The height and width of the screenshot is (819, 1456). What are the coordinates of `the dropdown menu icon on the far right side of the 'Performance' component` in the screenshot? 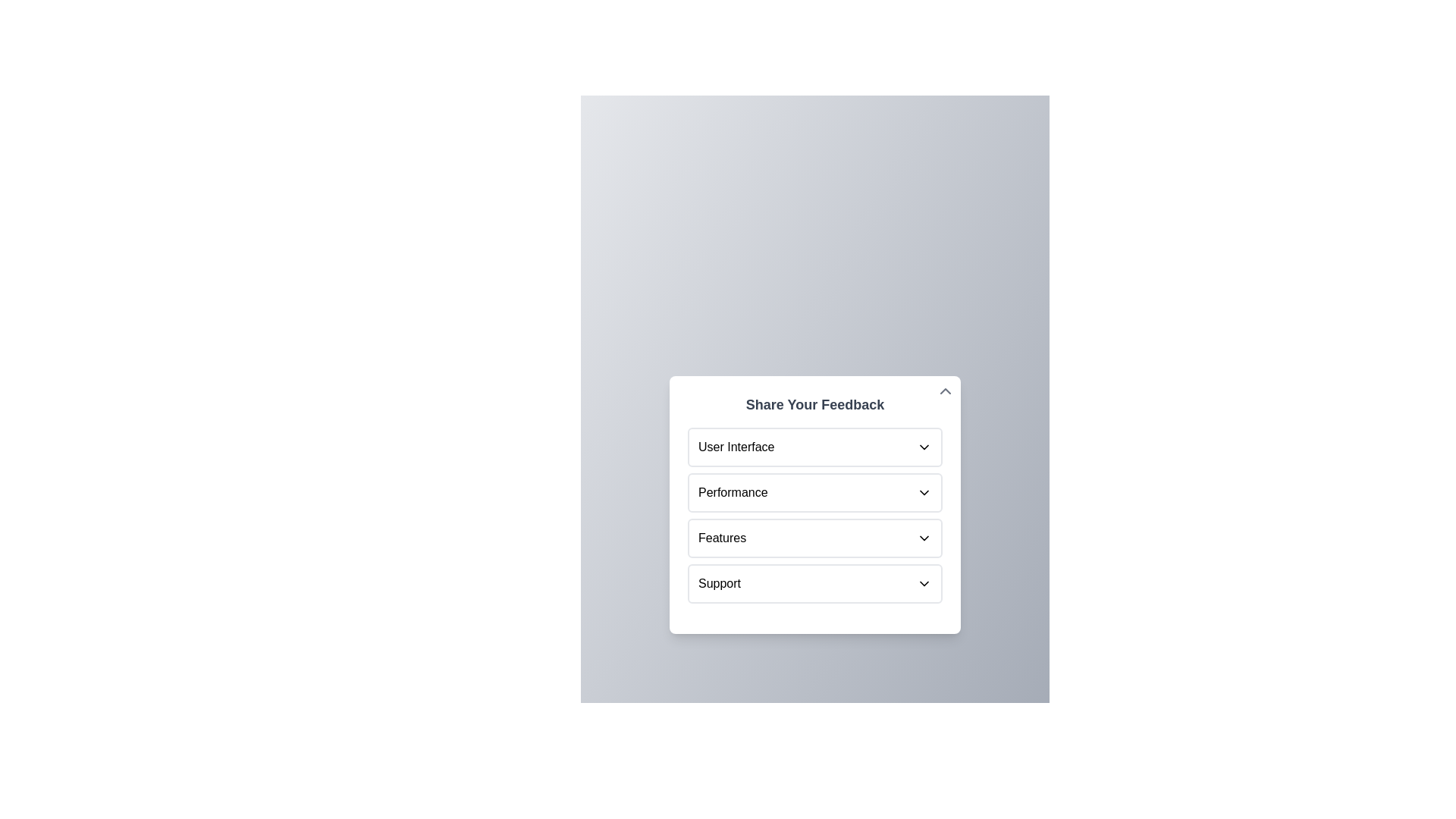 It's located at (924, 493).